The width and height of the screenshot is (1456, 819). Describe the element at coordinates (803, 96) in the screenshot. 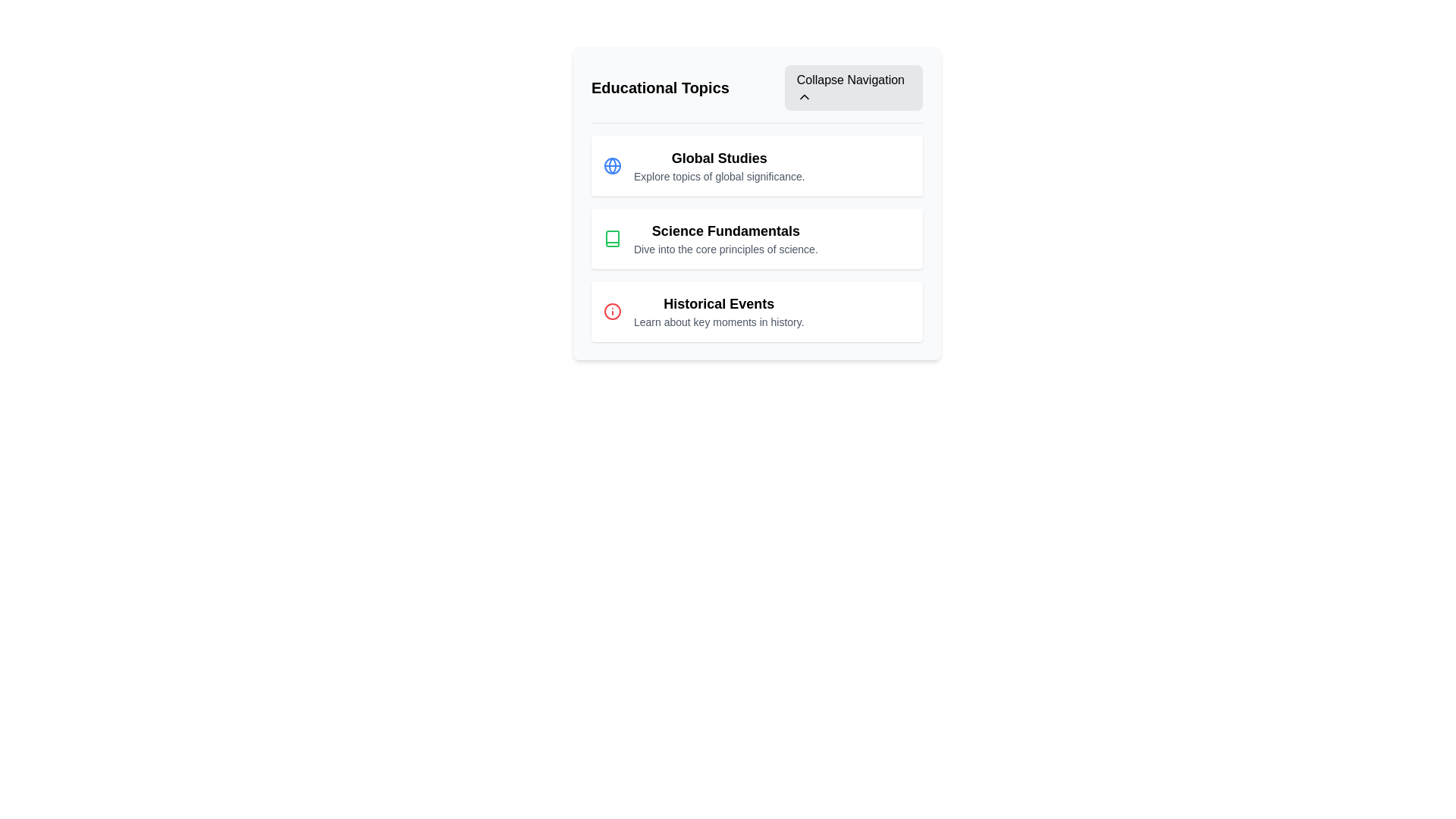

I see `the chevron-up icon within the 'Collapse Navigation' button at the top right of the 'Educational Topics' card` at that location.